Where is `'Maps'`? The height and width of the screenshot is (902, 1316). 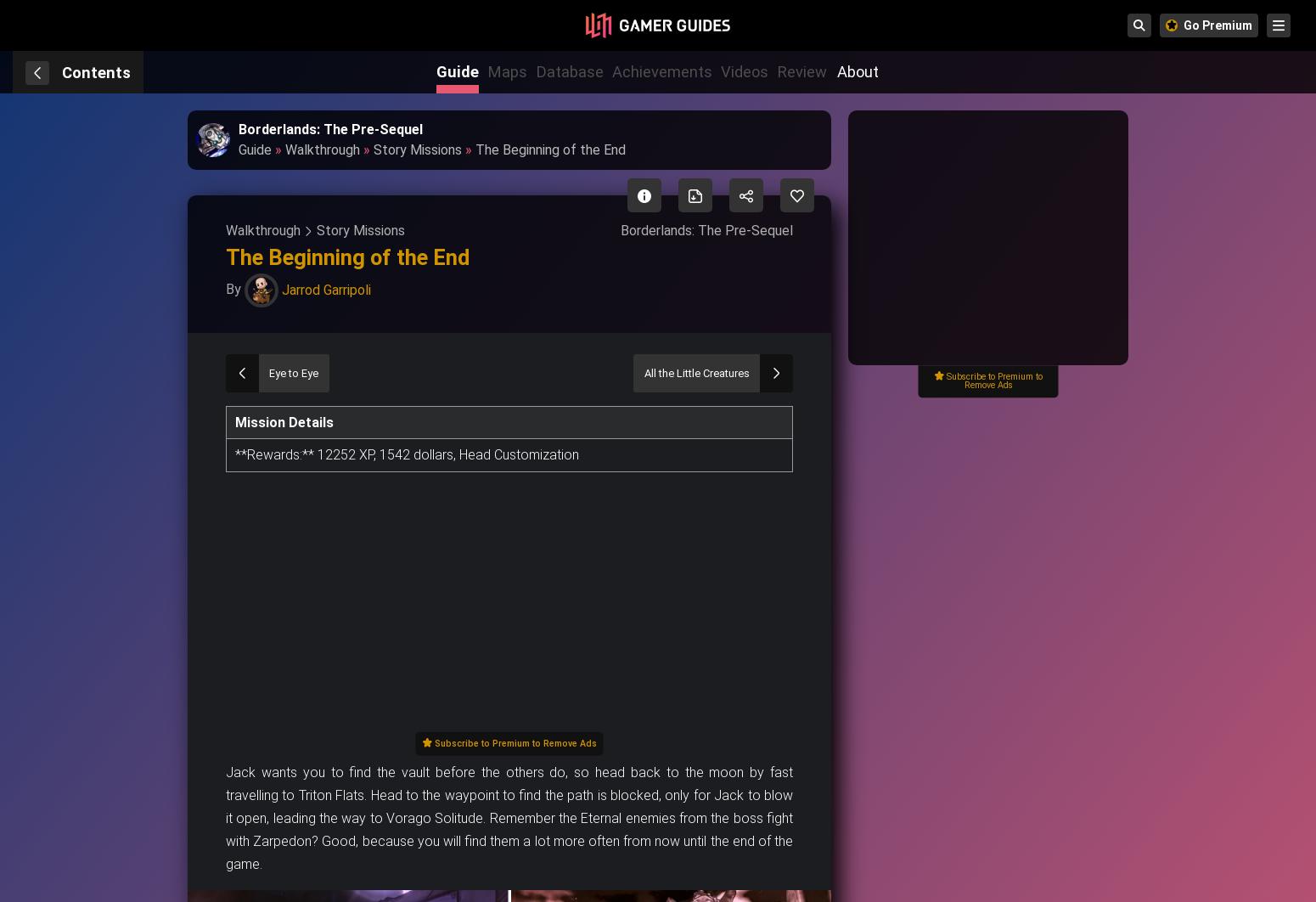
'Maps' is located at coordinates (507, 71).